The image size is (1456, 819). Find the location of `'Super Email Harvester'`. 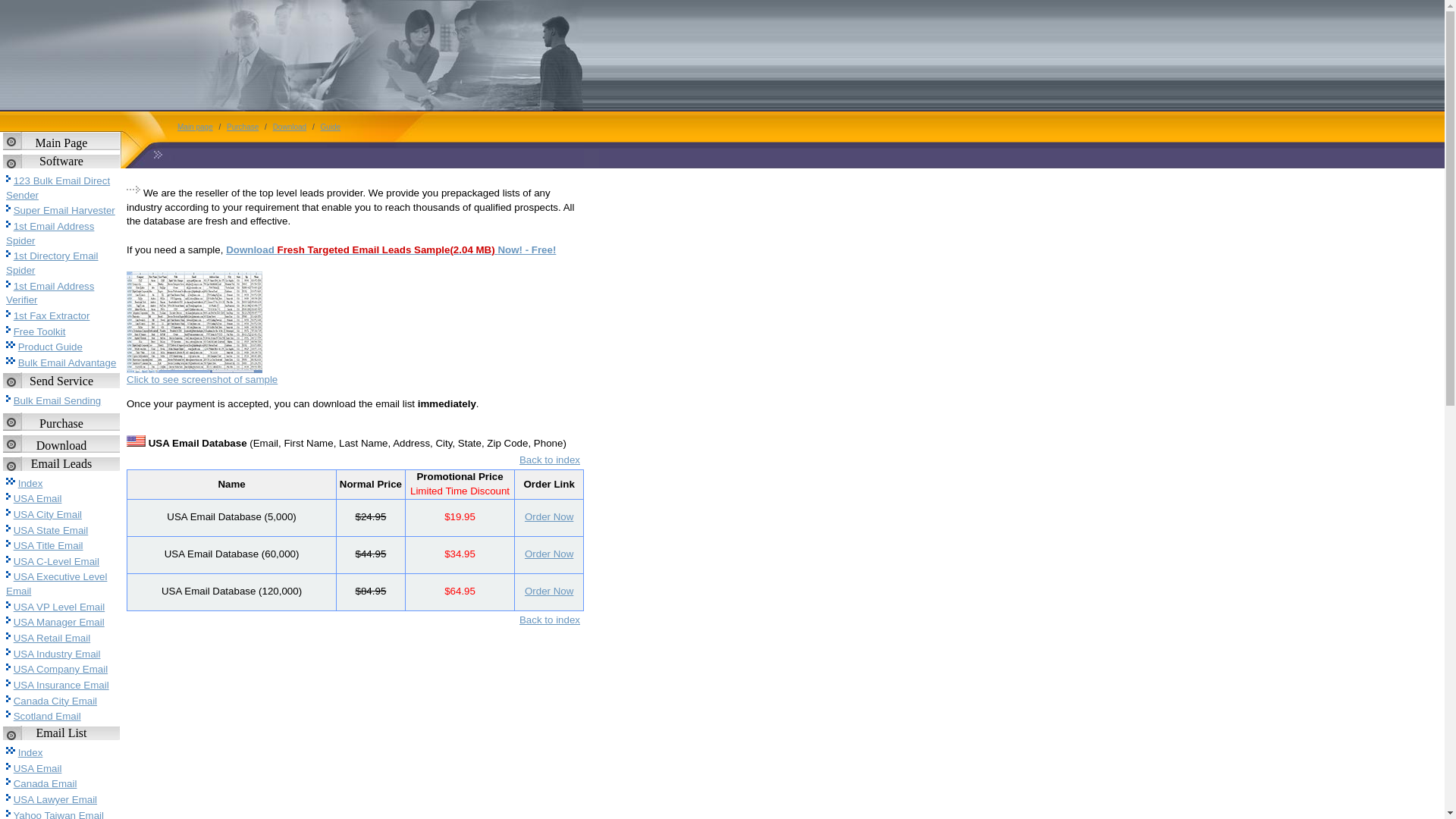

'Super Email Harvester' is located at coordinates (64, 210).